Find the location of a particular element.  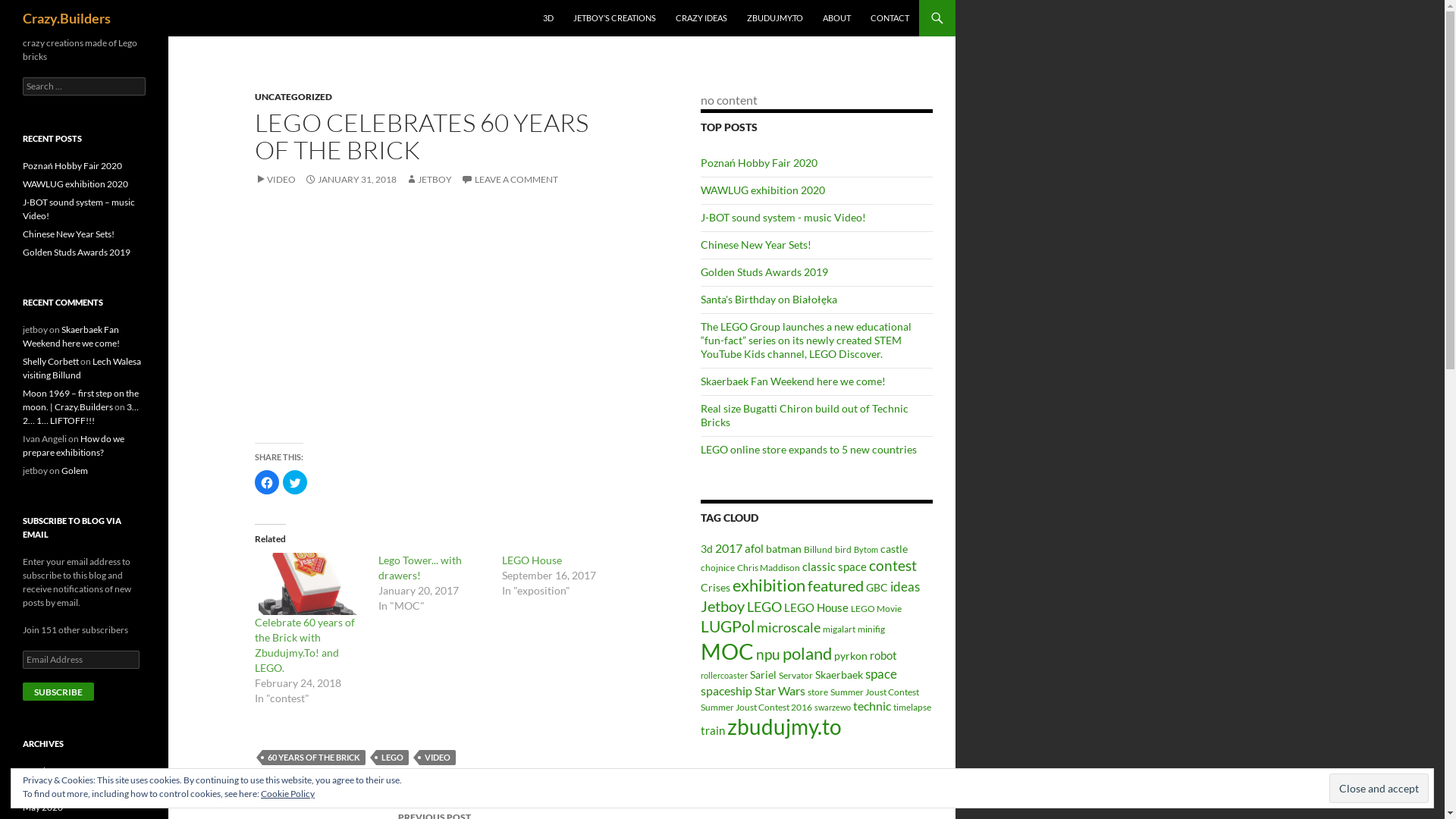

'ZBUDUJMY.TO' is located at coordinates (775, 17).